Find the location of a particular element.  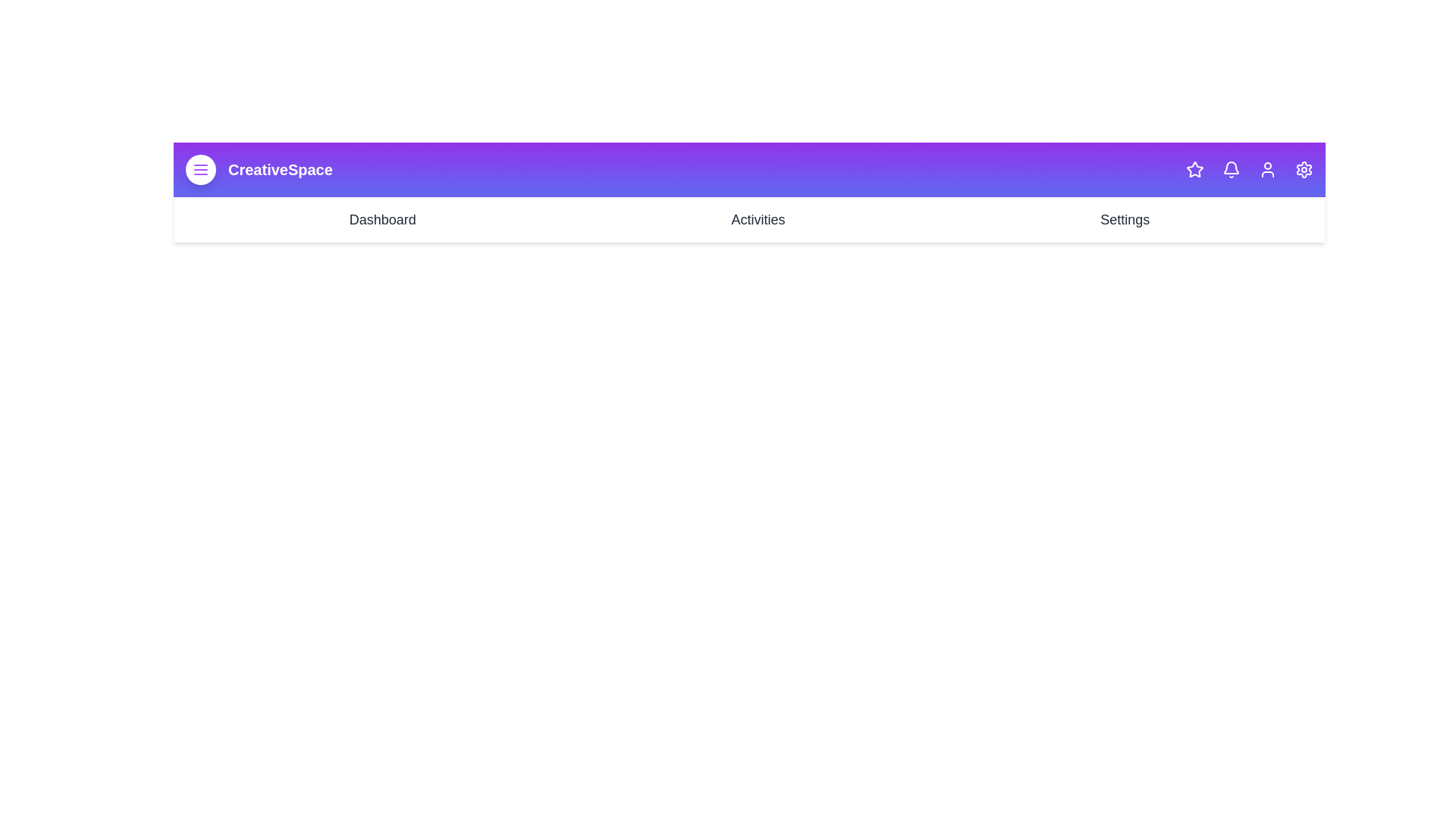

the Settings icon in the top-right corner of the app bar is located at coordinates (1303, 169).